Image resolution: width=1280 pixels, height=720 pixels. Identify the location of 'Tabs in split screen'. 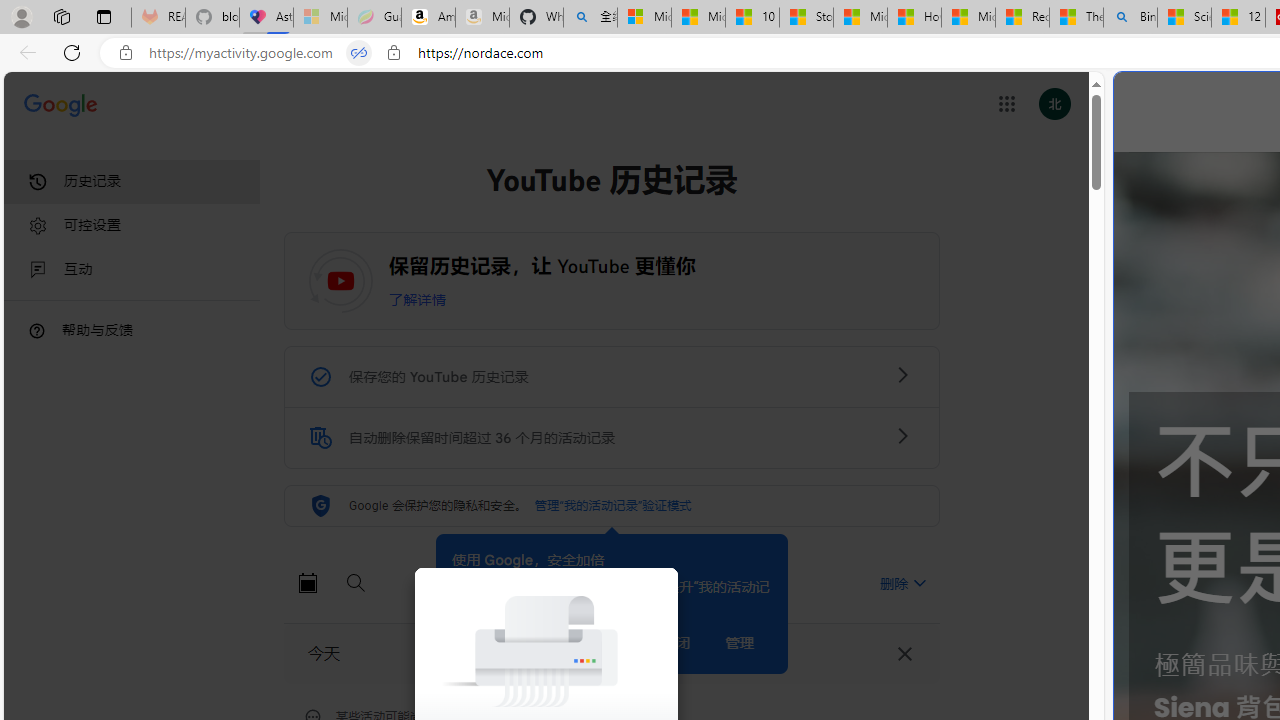
(359, 52).